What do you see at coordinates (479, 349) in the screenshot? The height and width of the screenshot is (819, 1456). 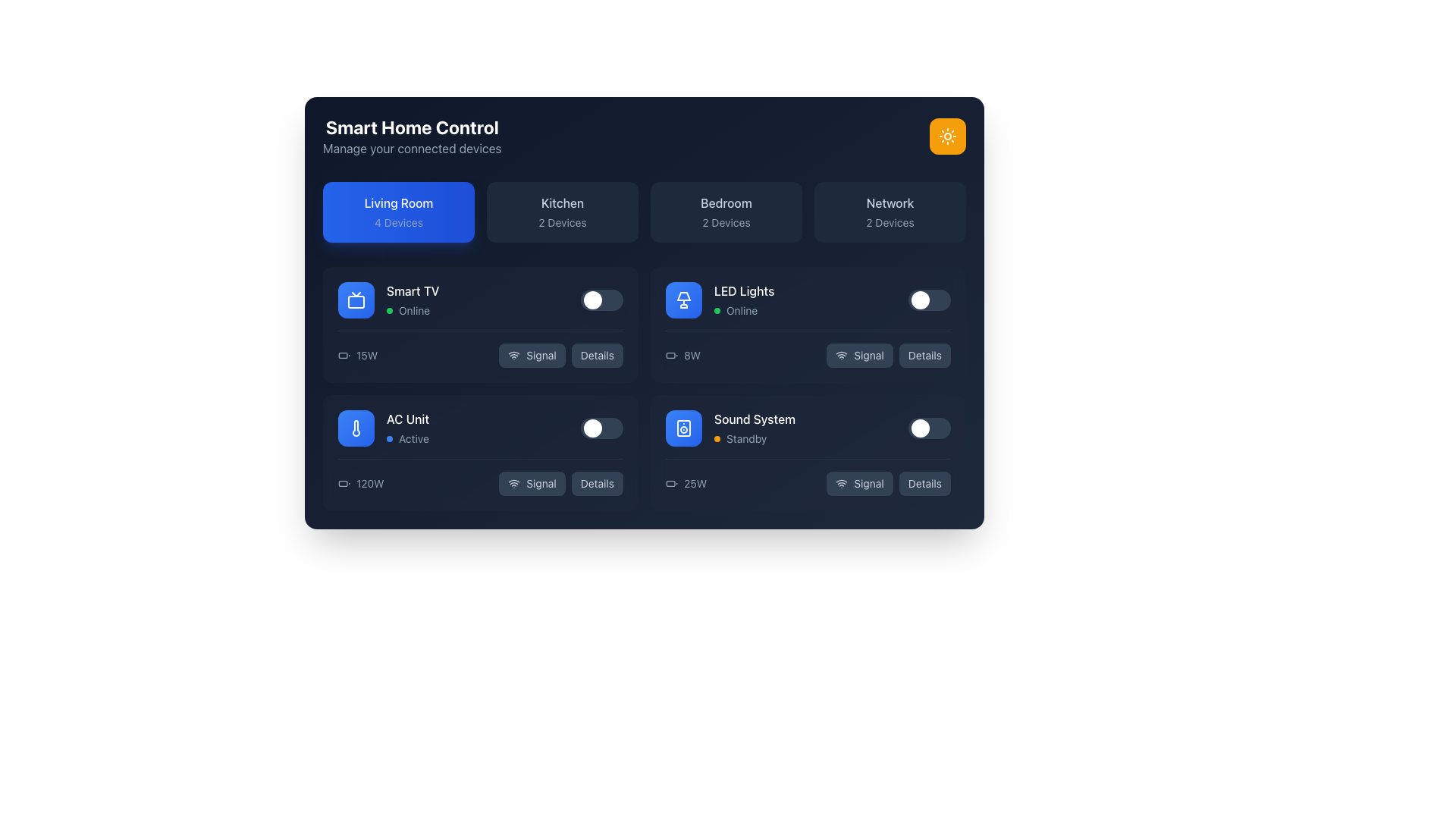 I see `the interactive block displaying the 15W power indicator and control buttons labeled 'Signal' and 'Details' in the lower section of the 'Smart TV' block in the 'Living Room' sub-section` at bounding box center [479, 349].